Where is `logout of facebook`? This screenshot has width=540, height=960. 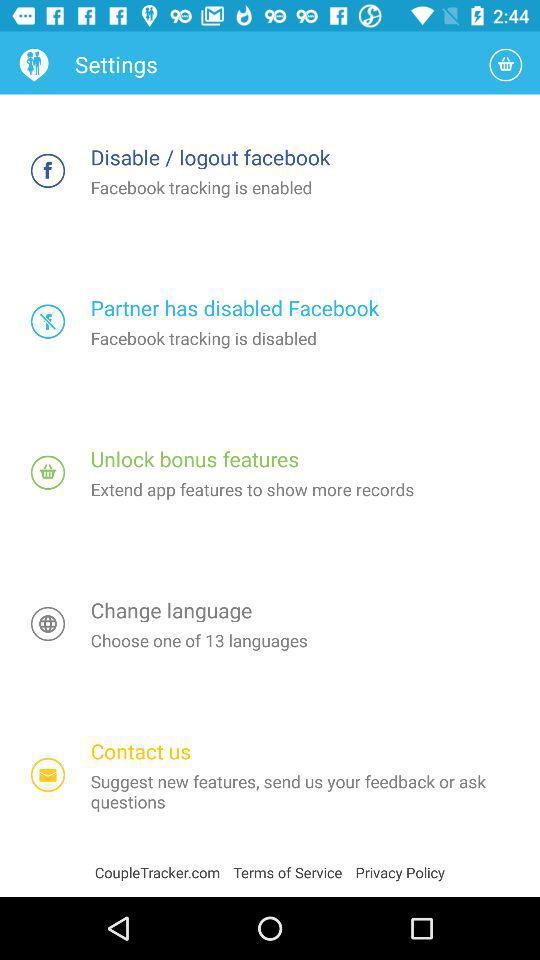 logout of facebook is located at coordinates (48, 169).